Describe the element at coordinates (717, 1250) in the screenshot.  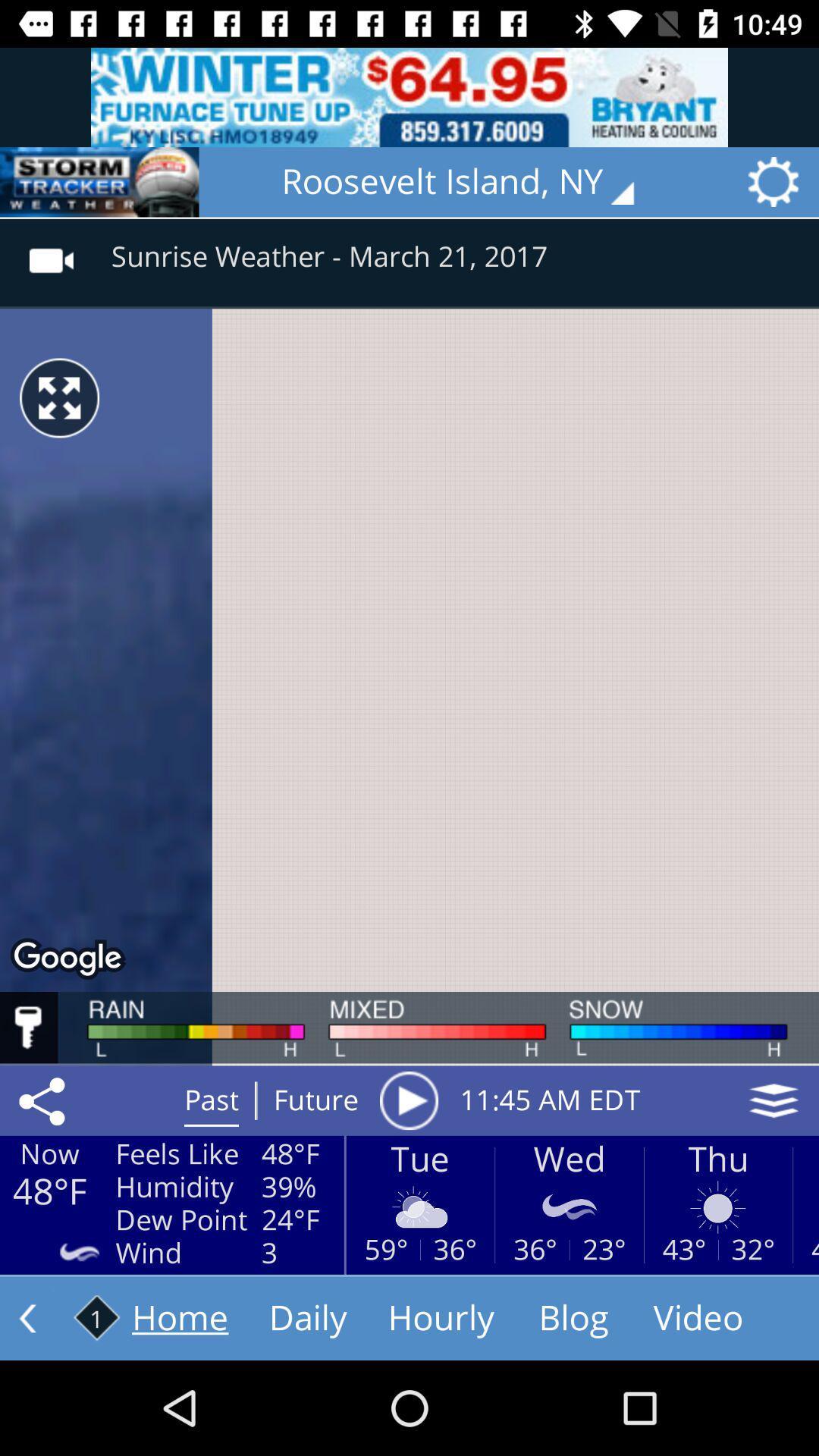
I see `take the vertical line below thu weather symbol` at that location.